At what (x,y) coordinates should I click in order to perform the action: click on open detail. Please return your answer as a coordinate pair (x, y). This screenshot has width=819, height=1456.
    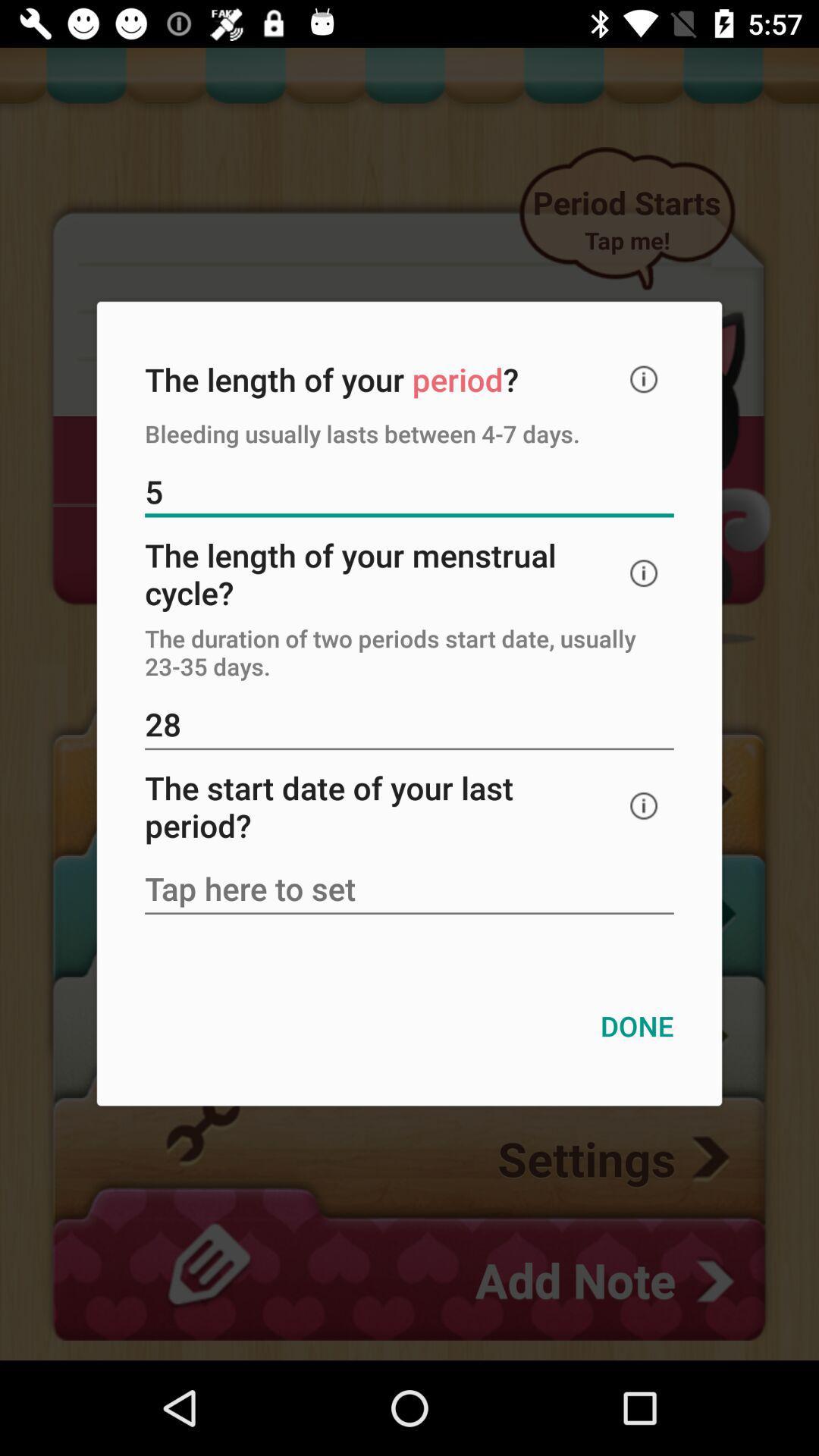
    Looking at the image, I should click on (644, 379).